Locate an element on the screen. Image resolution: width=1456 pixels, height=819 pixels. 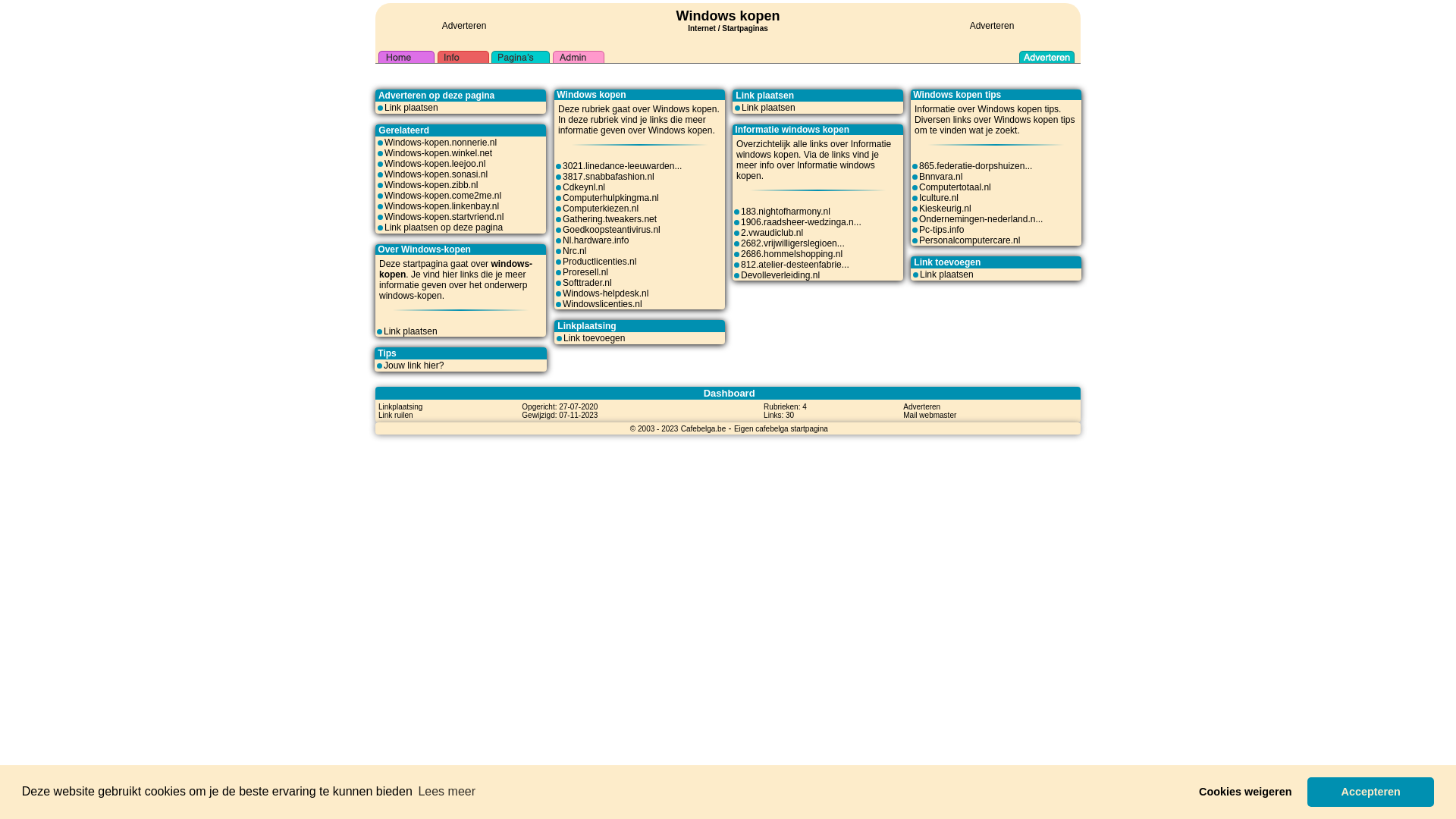
'Link ruilen' is located at coordinates (396, 415).